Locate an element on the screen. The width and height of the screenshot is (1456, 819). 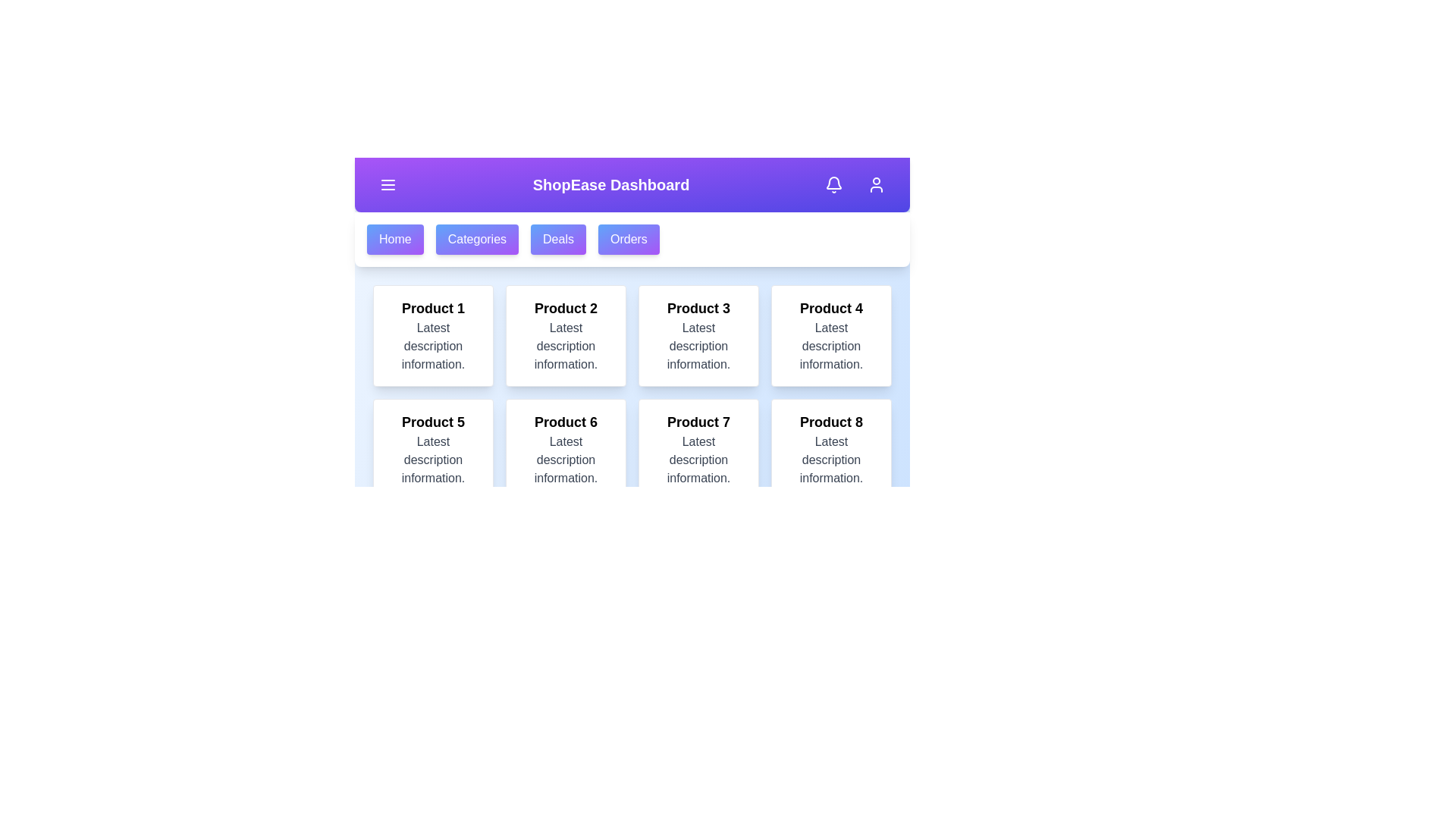
notification icon in the top-right corner of the app bar is located at coordinates (833, 184).